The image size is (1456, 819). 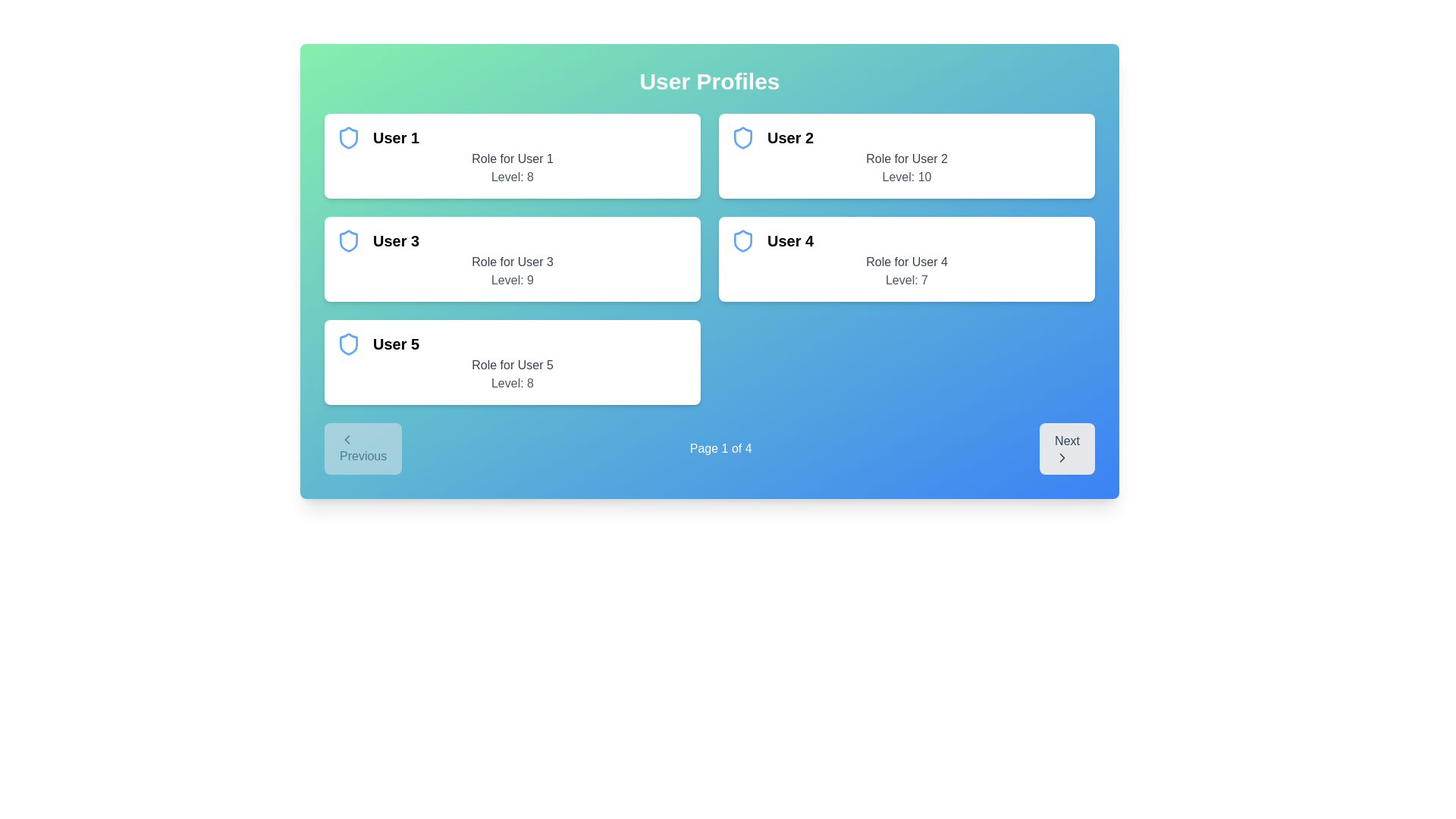 I want to click on the blue shield icon representing protection or security located at the top-left corner of the user profile area for 'User 3', so click(x=348, y=240).